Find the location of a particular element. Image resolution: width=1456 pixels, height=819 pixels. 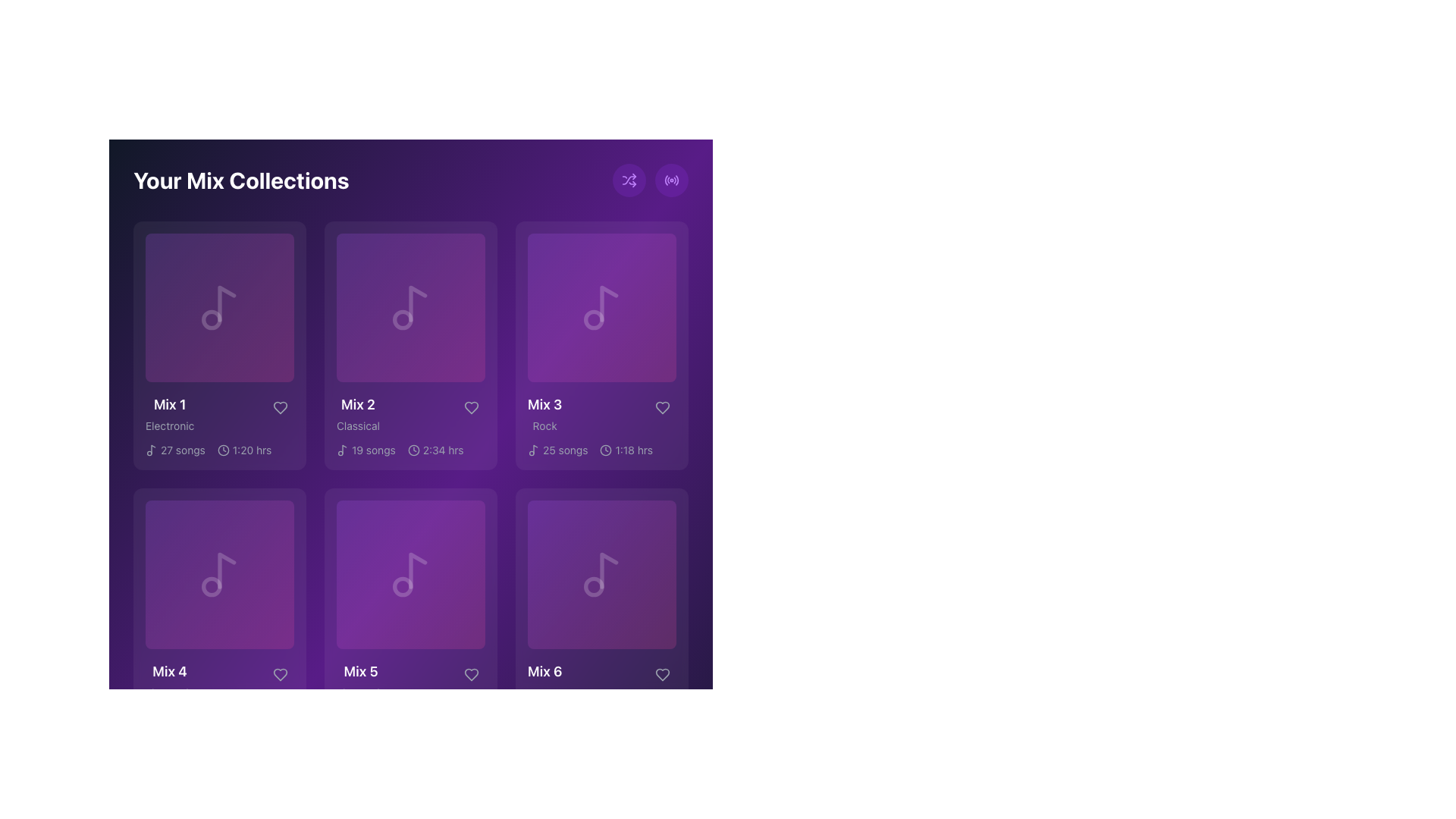

the square-shaped UI element with a gradient background from purple to pink, which contains a centralized translucent white music note icon, located in the second row and last column of the grid under 'Your Mix Collections' associated with 'Mix 6' is located at coordinates (601, 575).